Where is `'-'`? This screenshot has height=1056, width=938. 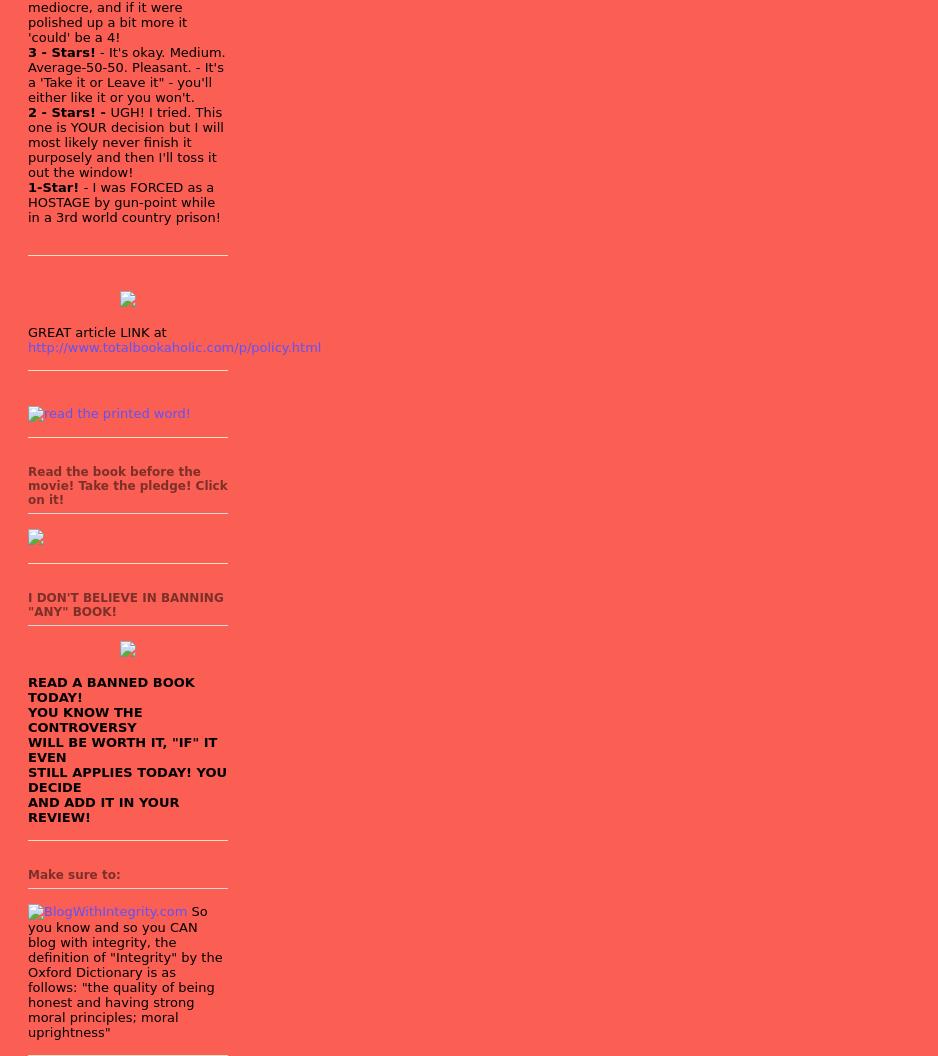 '-' is located at coordinates (100, 51).